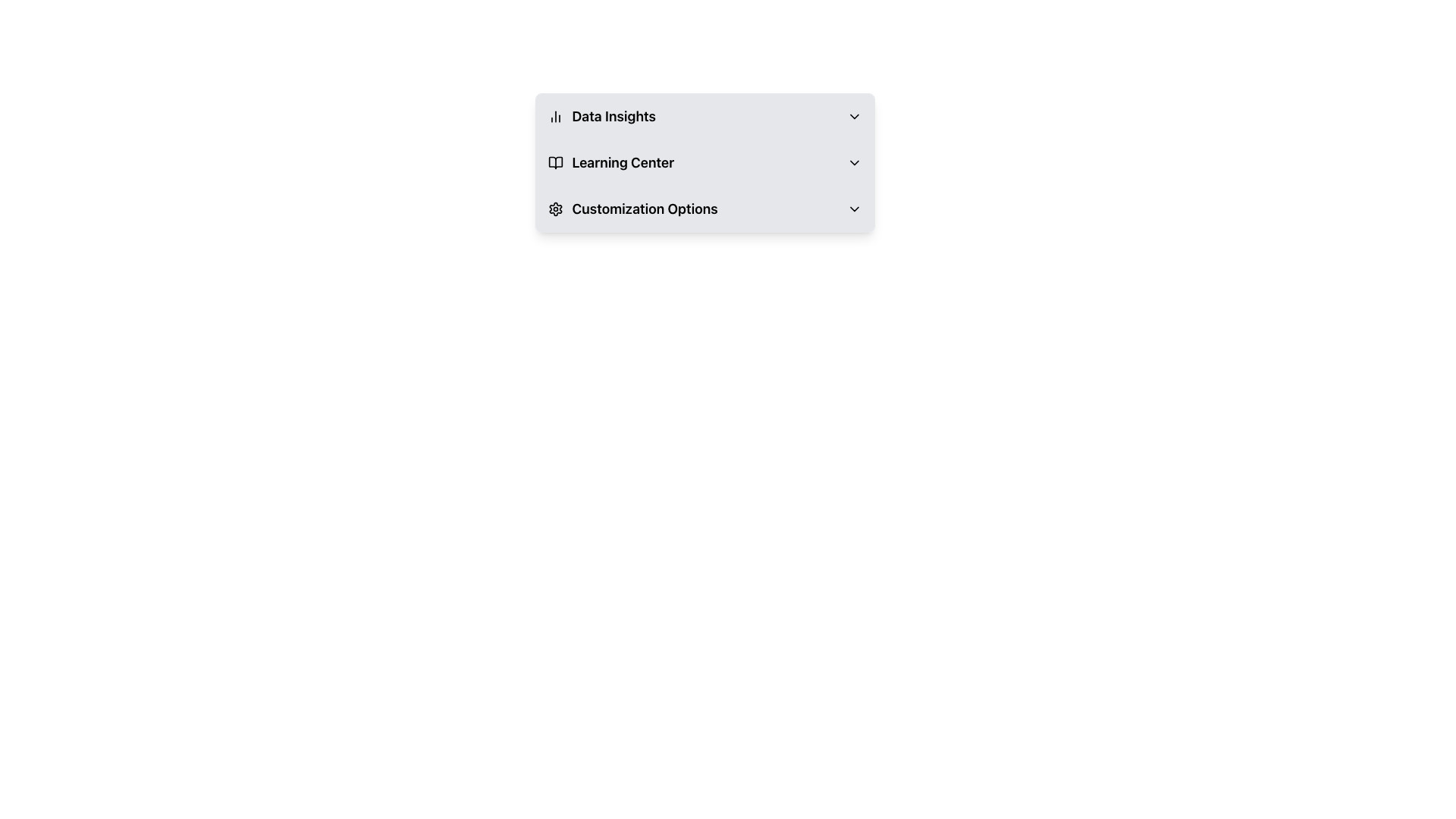 Image resolution: width=1456 pixels, height=819 pixels. What do you see at coordinates (554, 163) in the screenshot?
I see `the open book icon in the second menu item associated with the 'Learning Center' label` at bounding box center [554, 163].